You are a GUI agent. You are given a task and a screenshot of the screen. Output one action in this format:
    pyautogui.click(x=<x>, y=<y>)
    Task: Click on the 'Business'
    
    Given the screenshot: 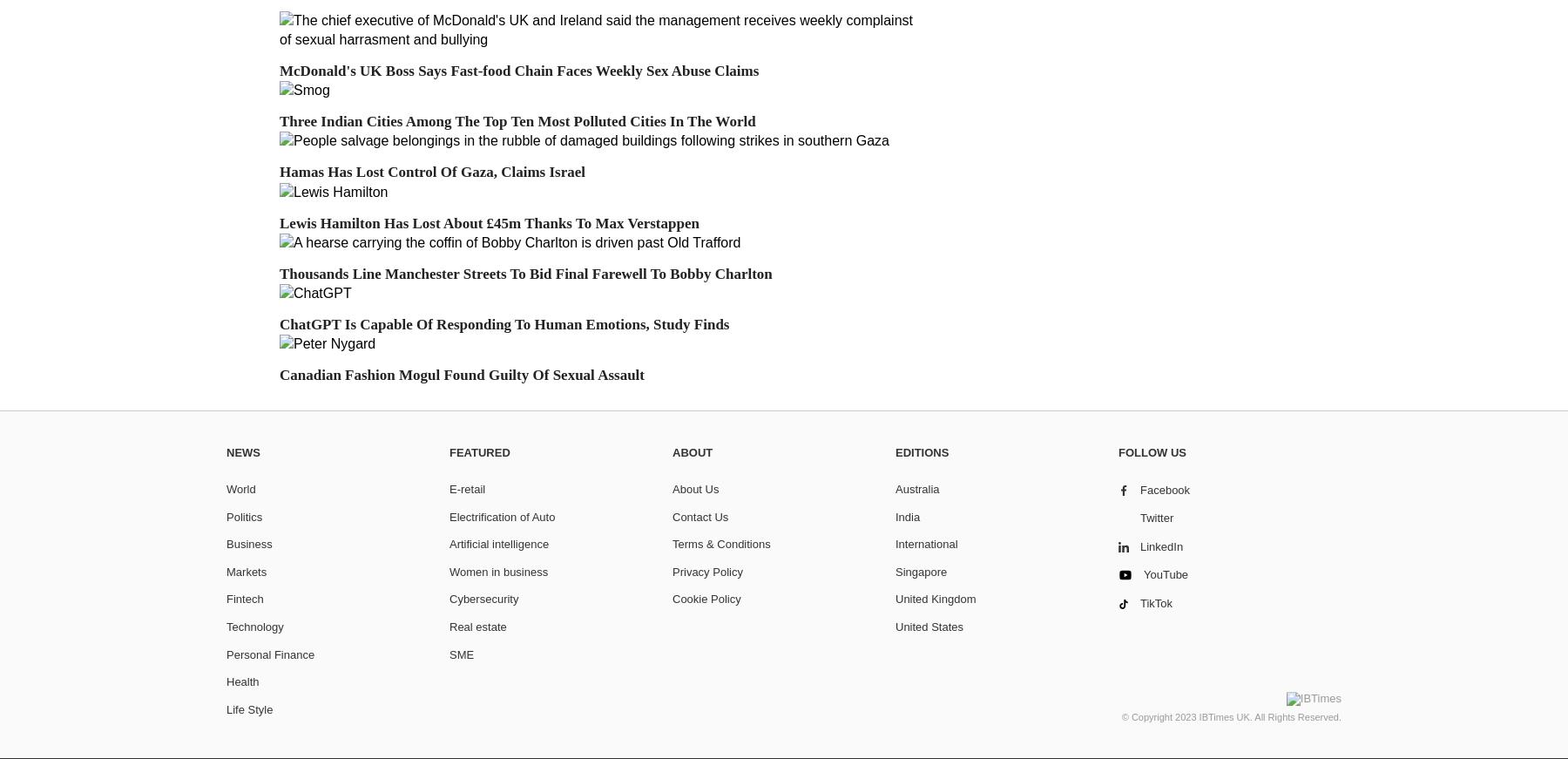 What is the action you would take?
    pyautogui.click(x=248, y=543)
    